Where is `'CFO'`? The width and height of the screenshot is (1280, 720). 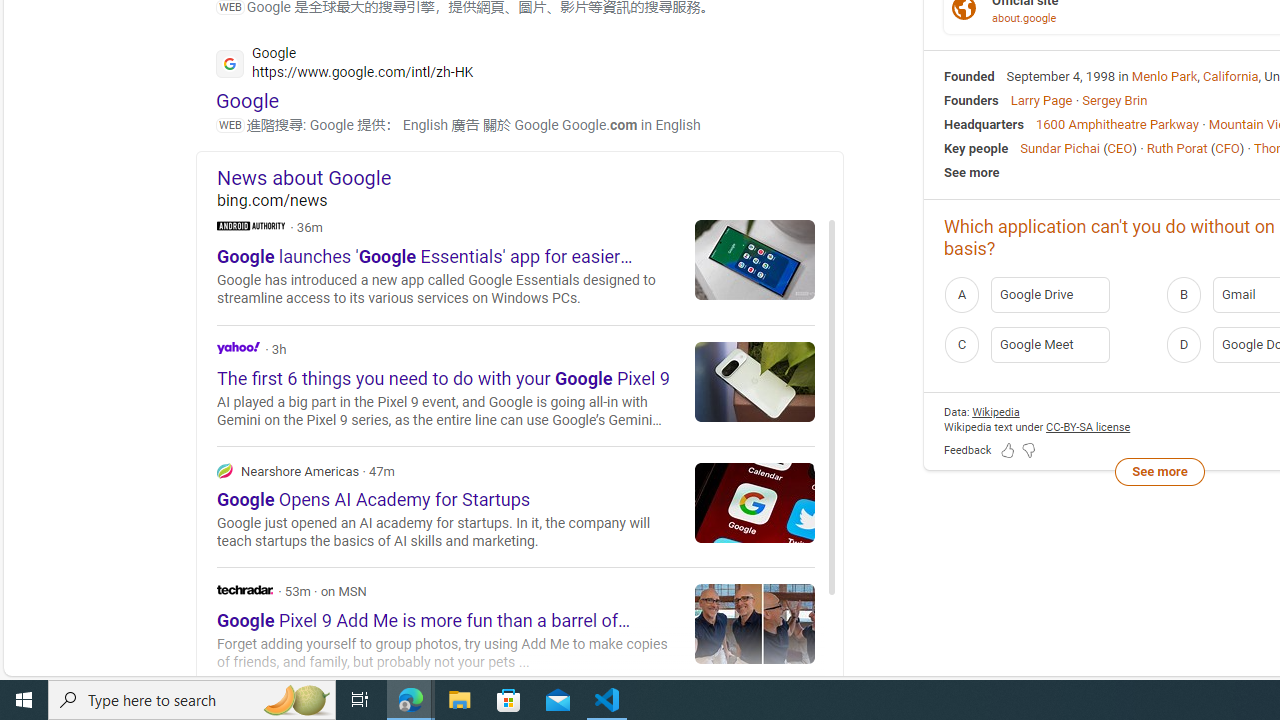
'CFO' is located at coordinates (1226, 146).